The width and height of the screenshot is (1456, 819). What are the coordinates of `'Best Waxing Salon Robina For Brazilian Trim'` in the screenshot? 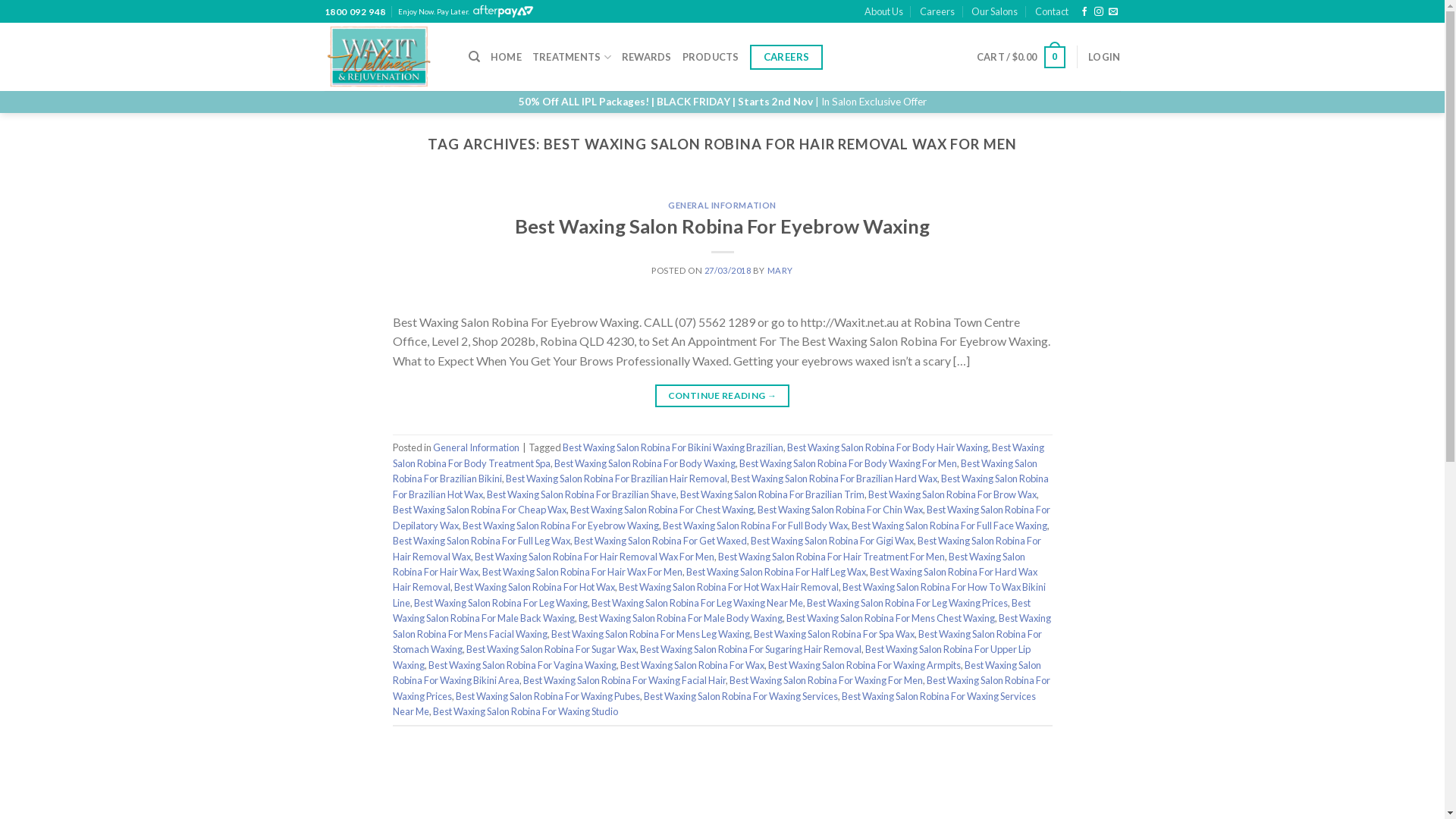 It's located at (679, 494).